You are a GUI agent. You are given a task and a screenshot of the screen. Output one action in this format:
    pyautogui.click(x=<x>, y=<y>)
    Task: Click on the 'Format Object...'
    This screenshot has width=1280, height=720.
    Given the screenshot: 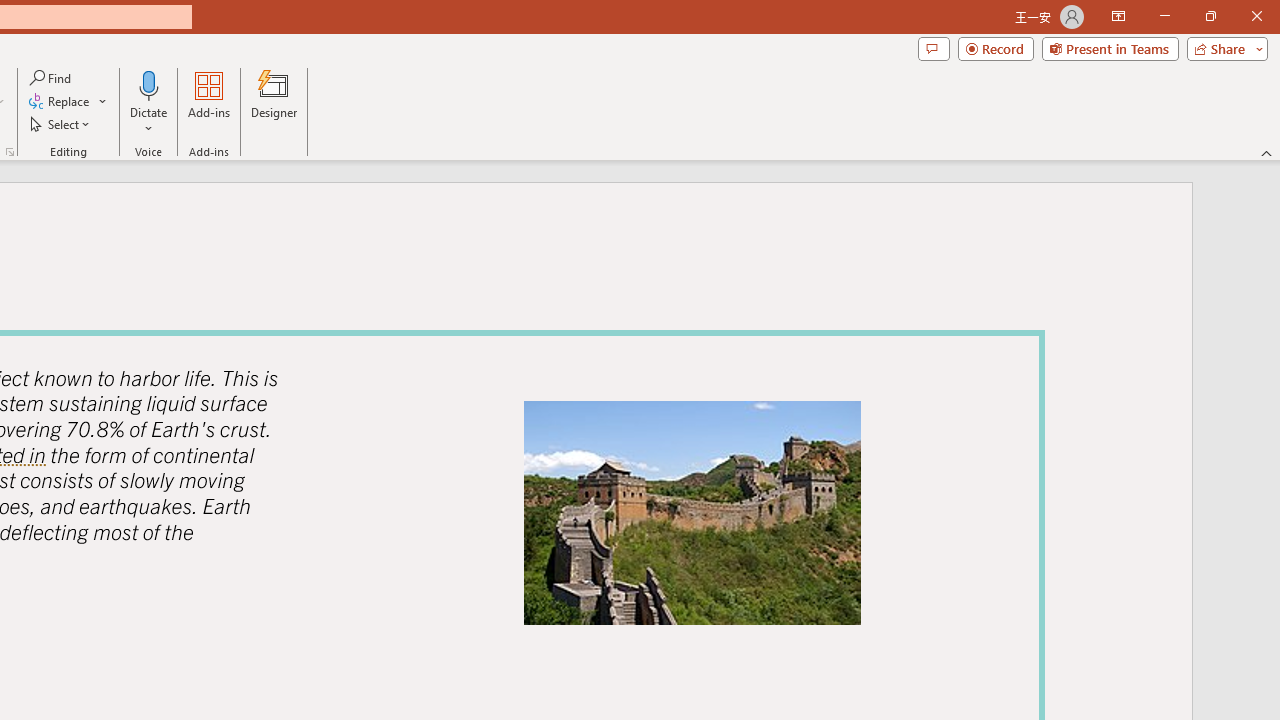 What is the action you would take?
    pyautogui.click(x=10, y=150)
    